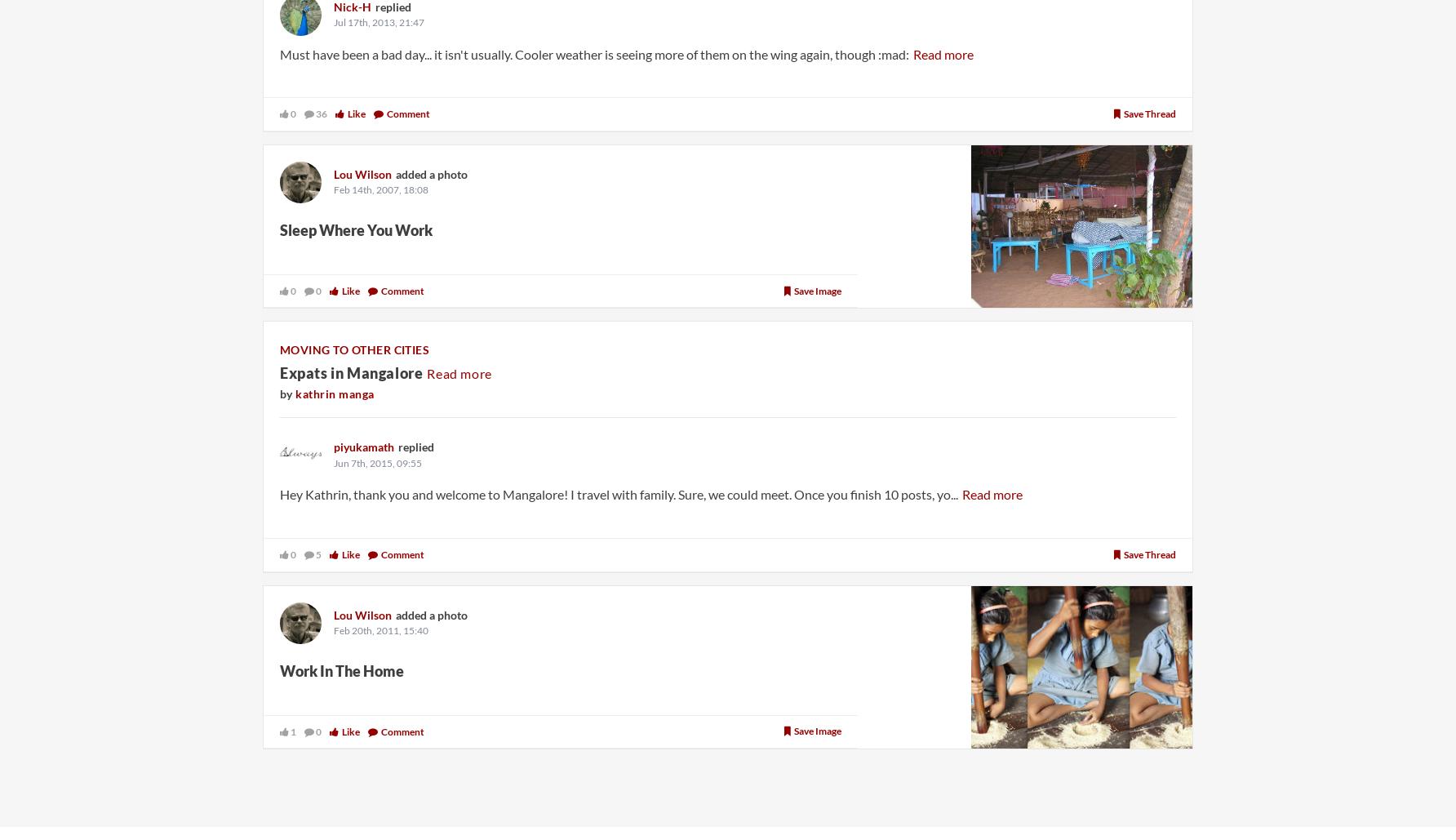 The height and width of the screenshot is (840, 1456). What do you see at coordinates (333, 446) in the screenshot?
I see `'piyukamath'` at bounding box center [333, 446].